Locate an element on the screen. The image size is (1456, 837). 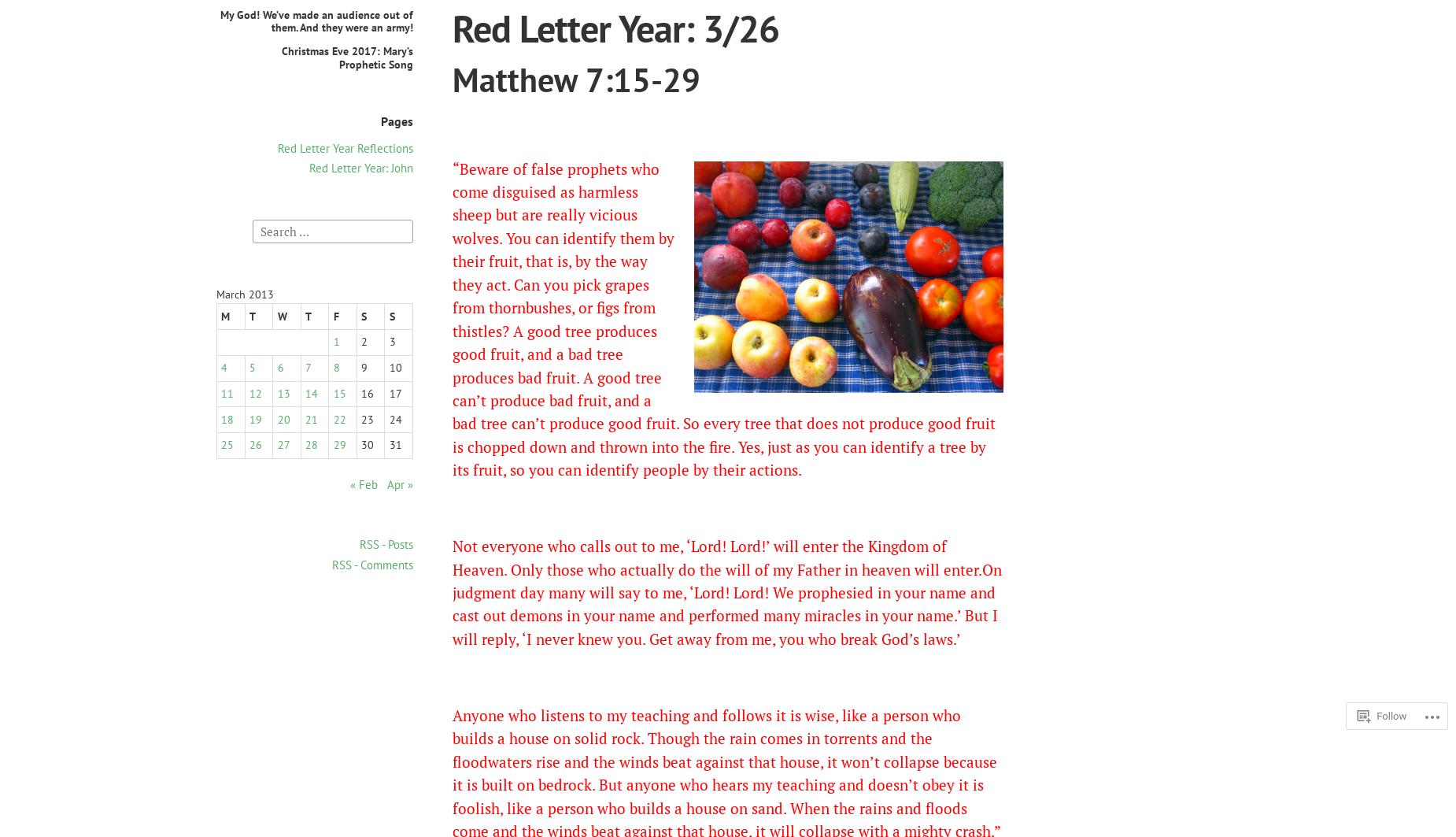
'22' is located at coordinates (331, 419).